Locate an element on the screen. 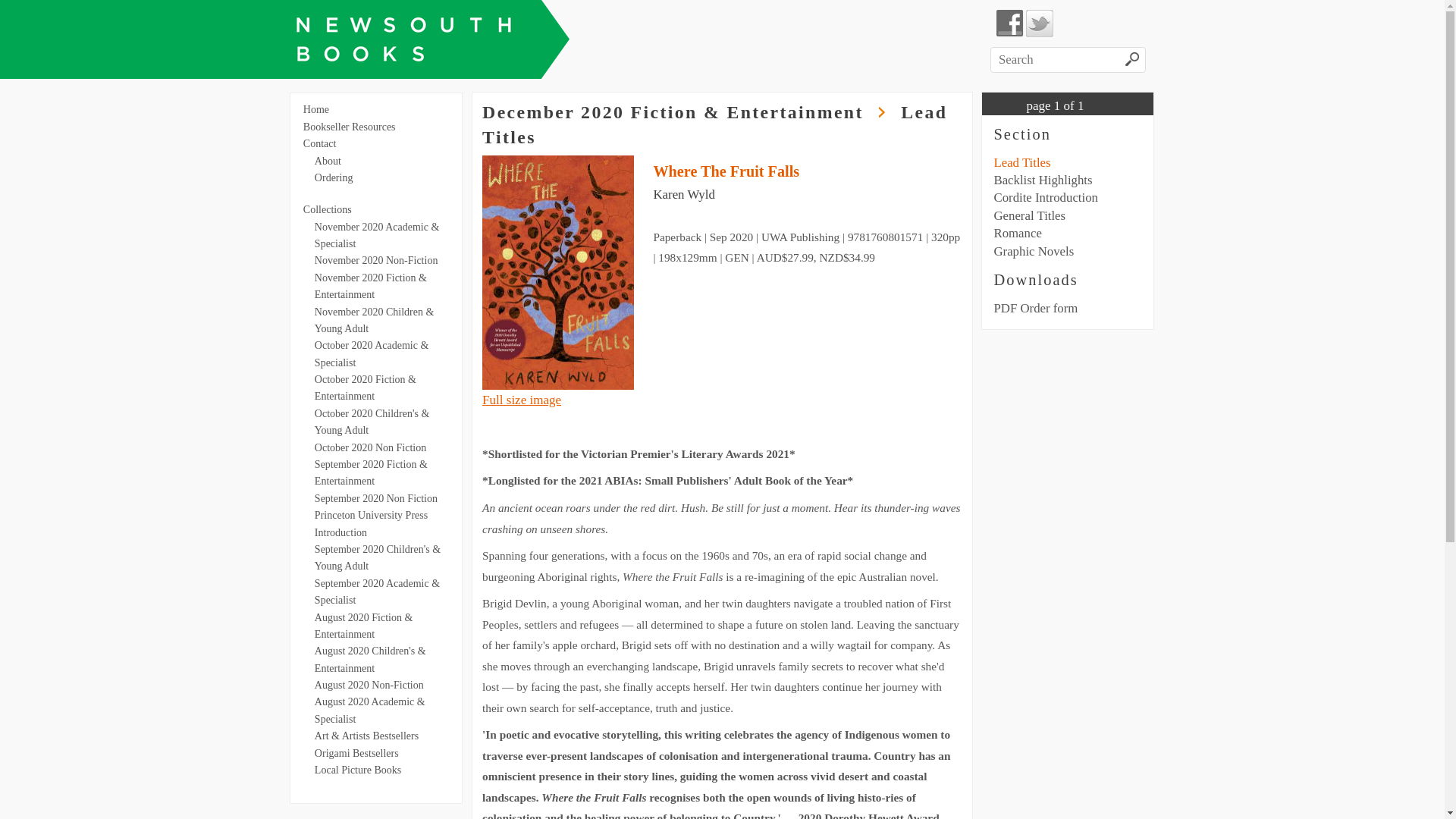 This screenshot has width=1456, height=819. 'Twitter' is located at coordinates (1039, 23).